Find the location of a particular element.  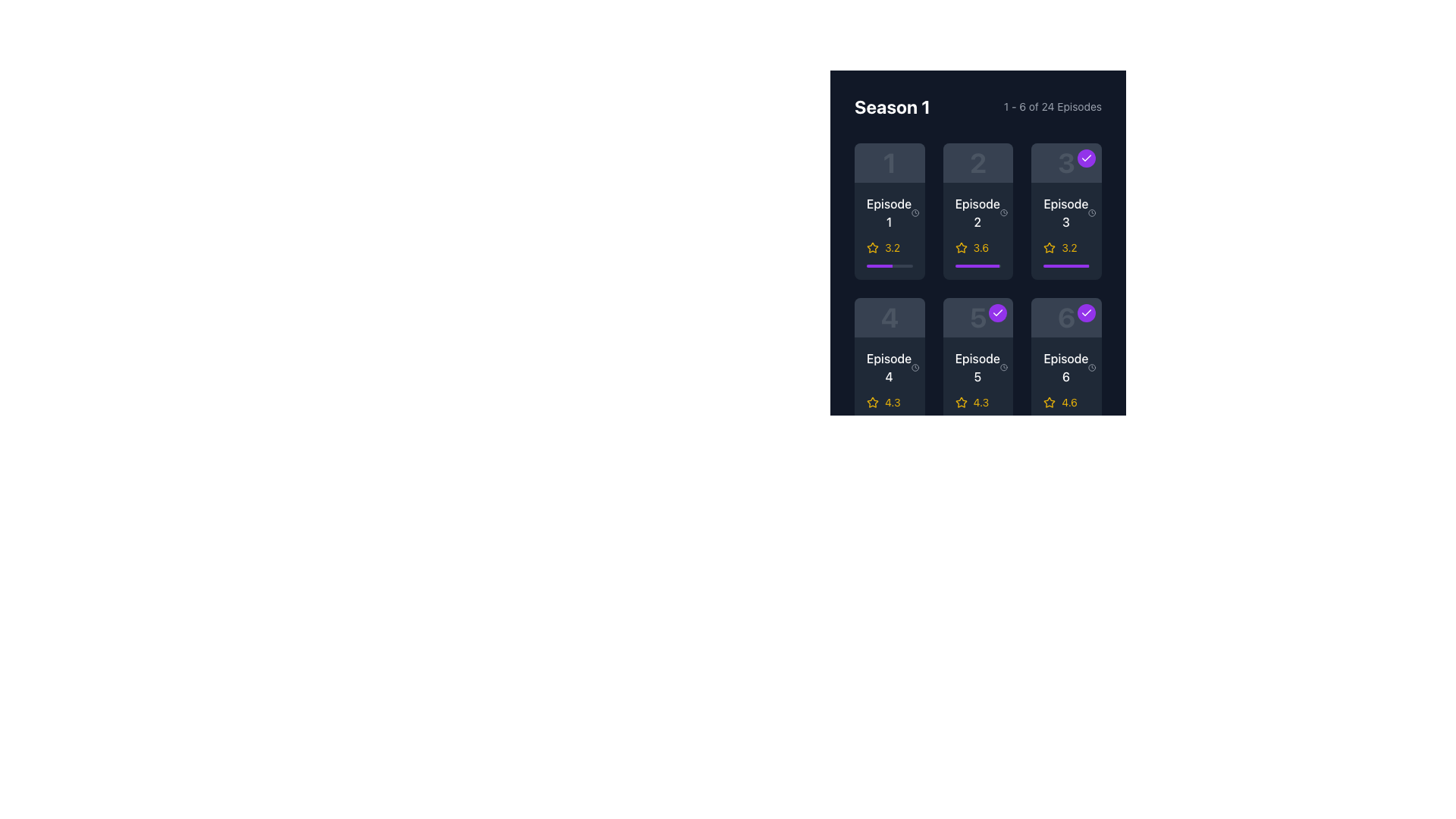

the label displaying the rating or score for 'Episode 3', which is located in the first row and third column of the episode grid, next to a yellow star icon is located at coordinates (1068, 247).